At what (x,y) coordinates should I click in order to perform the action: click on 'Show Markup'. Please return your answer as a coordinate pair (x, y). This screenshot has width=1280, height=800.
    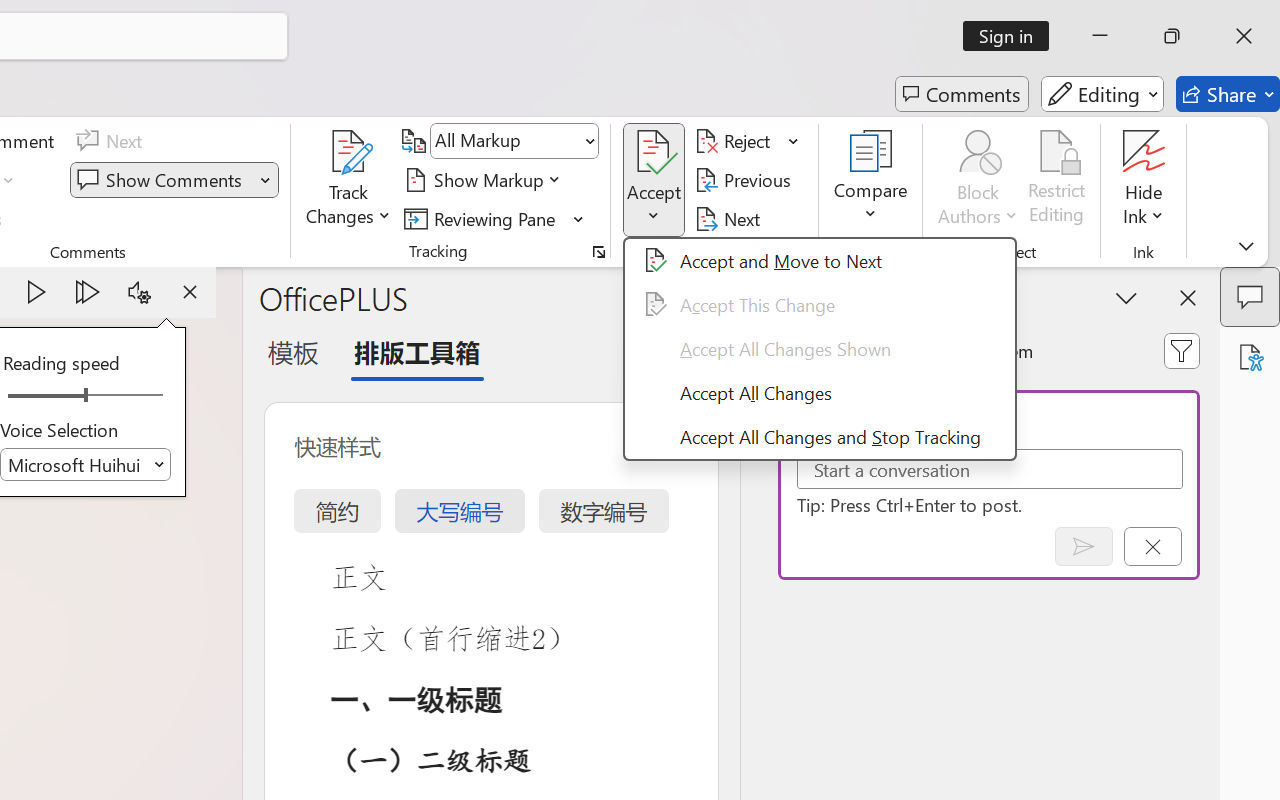
    Looking at the image, I should click on (485, 179).